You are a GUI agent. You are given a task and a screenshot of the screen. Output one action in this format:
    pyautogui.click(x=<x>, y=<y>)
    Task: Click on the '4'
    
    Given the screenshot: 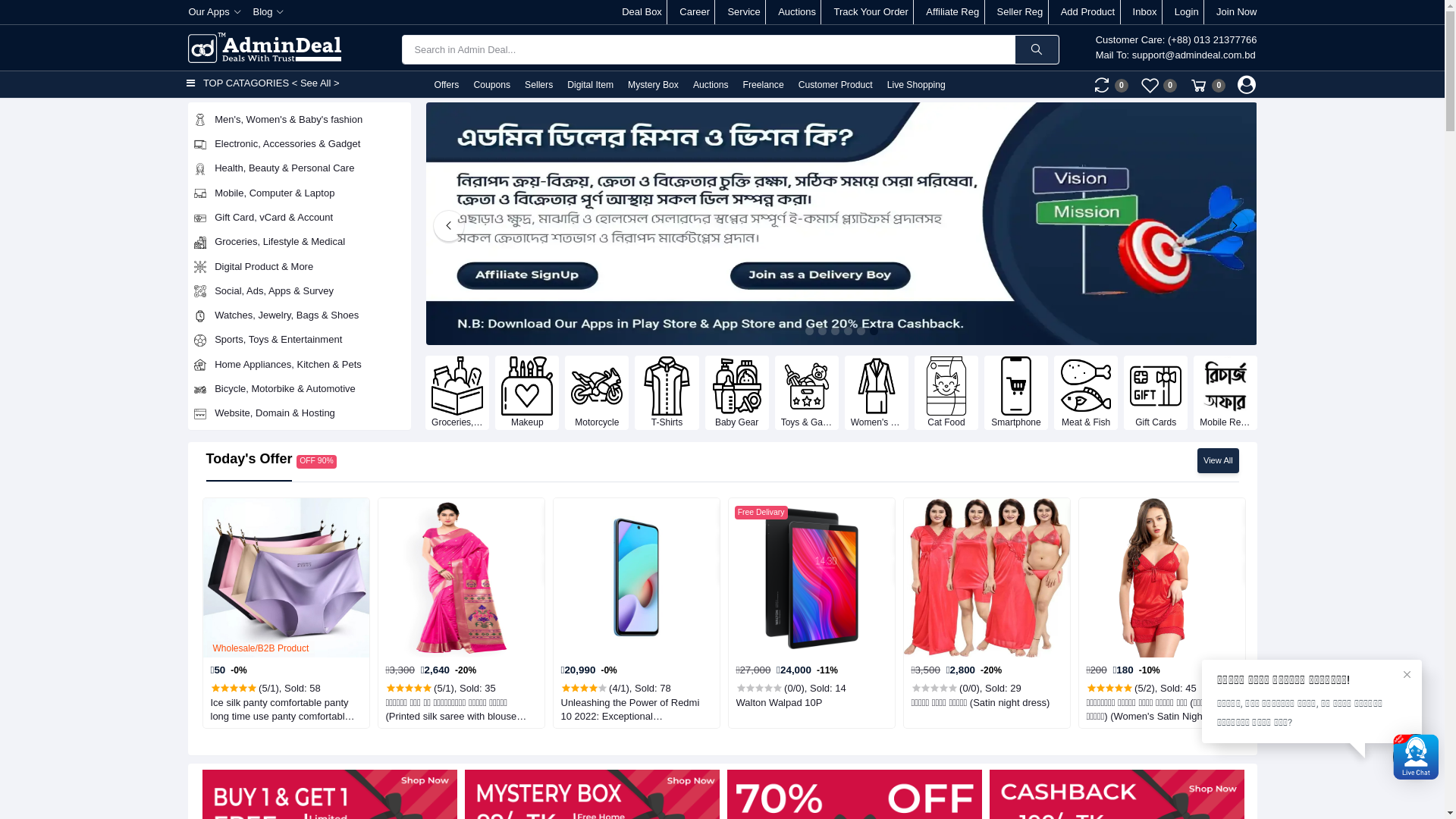 What is the action you would take?
    pyautogui.click(x=843, y=330)
    